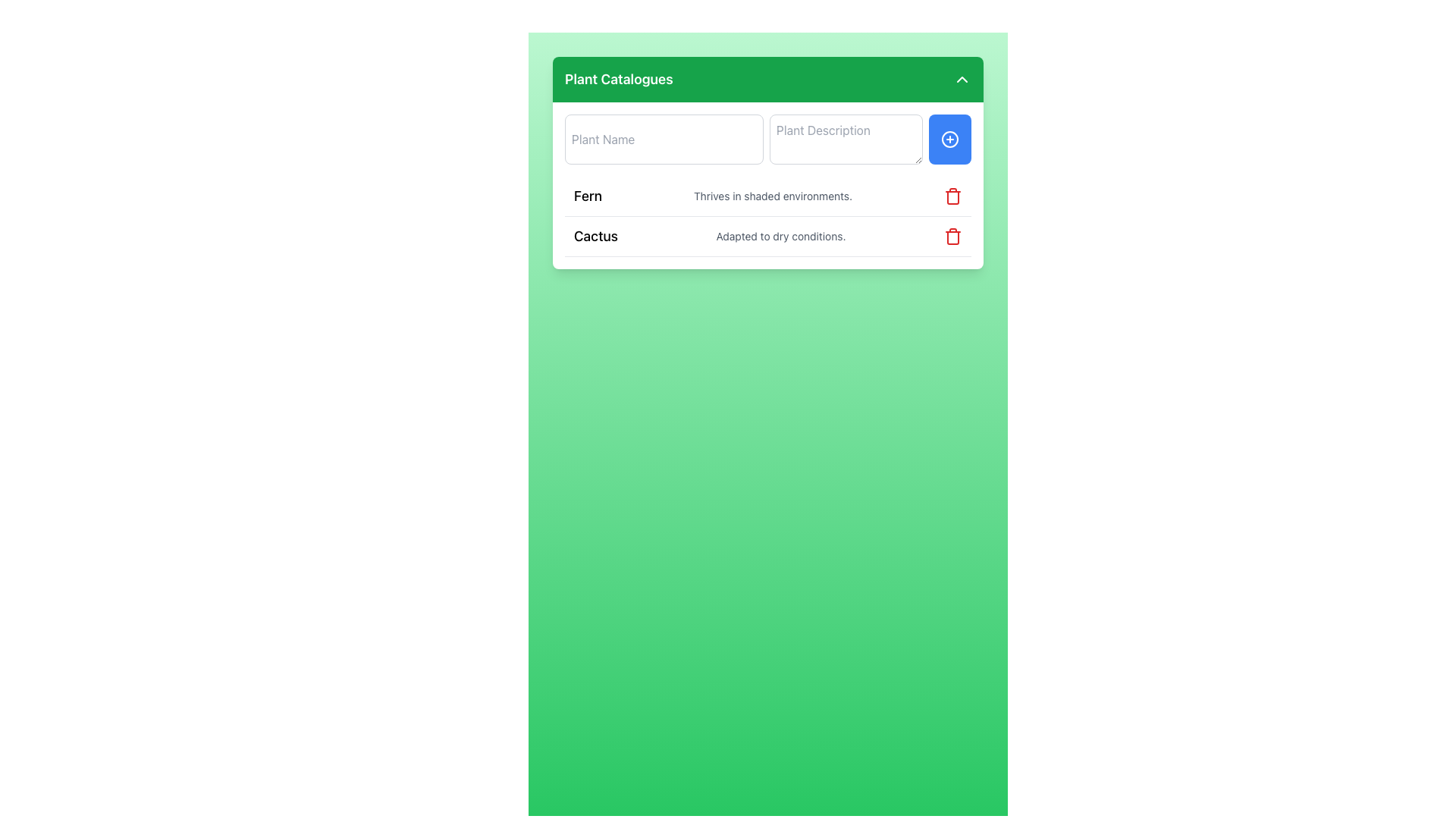  What do you see at coordinates (949, 140) in the screenshot?
I see `the circular icon button with a '+' symbol inside, located next to the 'Plant Description' text input field` at bounding box center [949, 140].